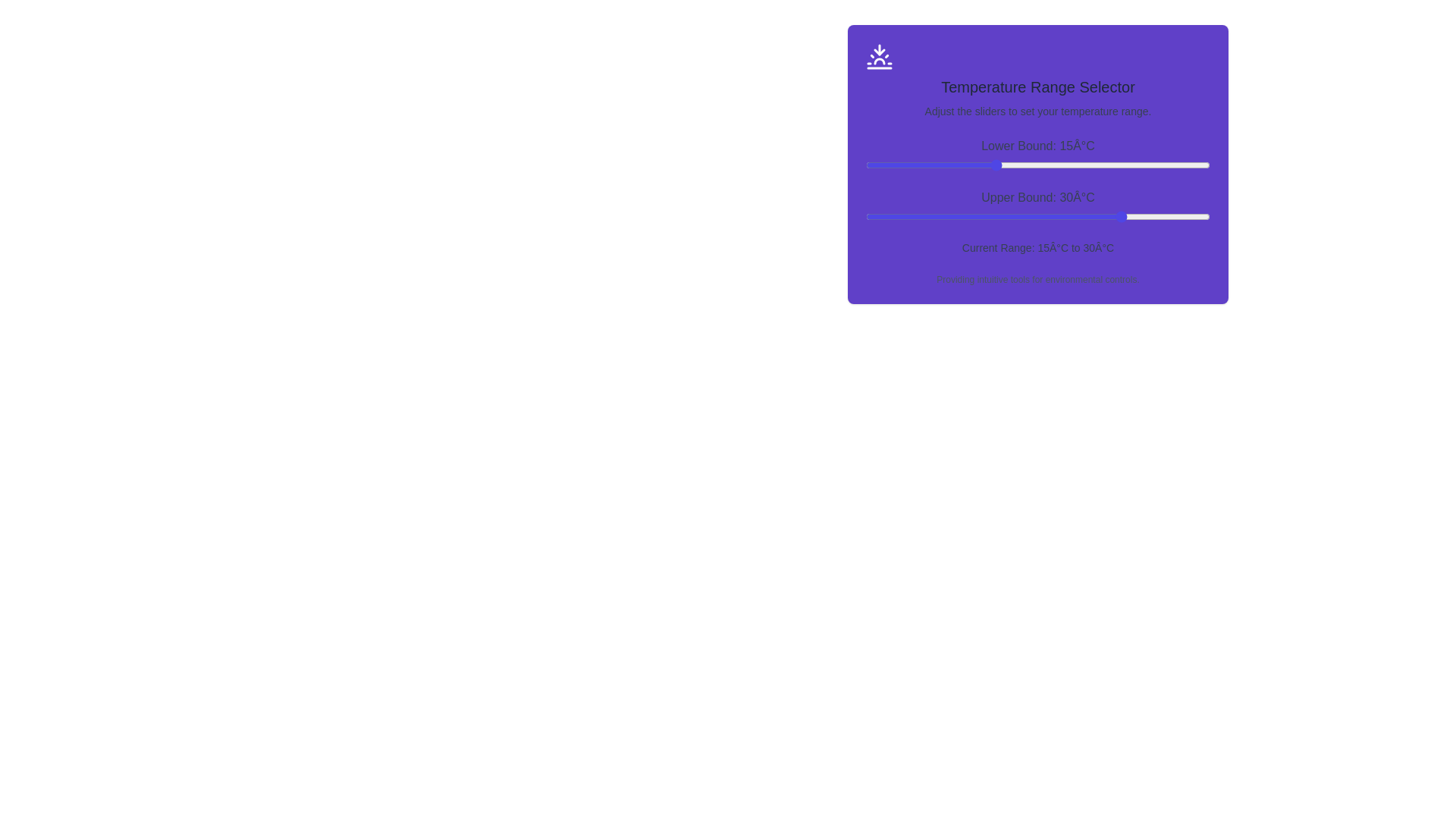  I want to click on the lower bound slider to 18°C, so click(1021, 165).